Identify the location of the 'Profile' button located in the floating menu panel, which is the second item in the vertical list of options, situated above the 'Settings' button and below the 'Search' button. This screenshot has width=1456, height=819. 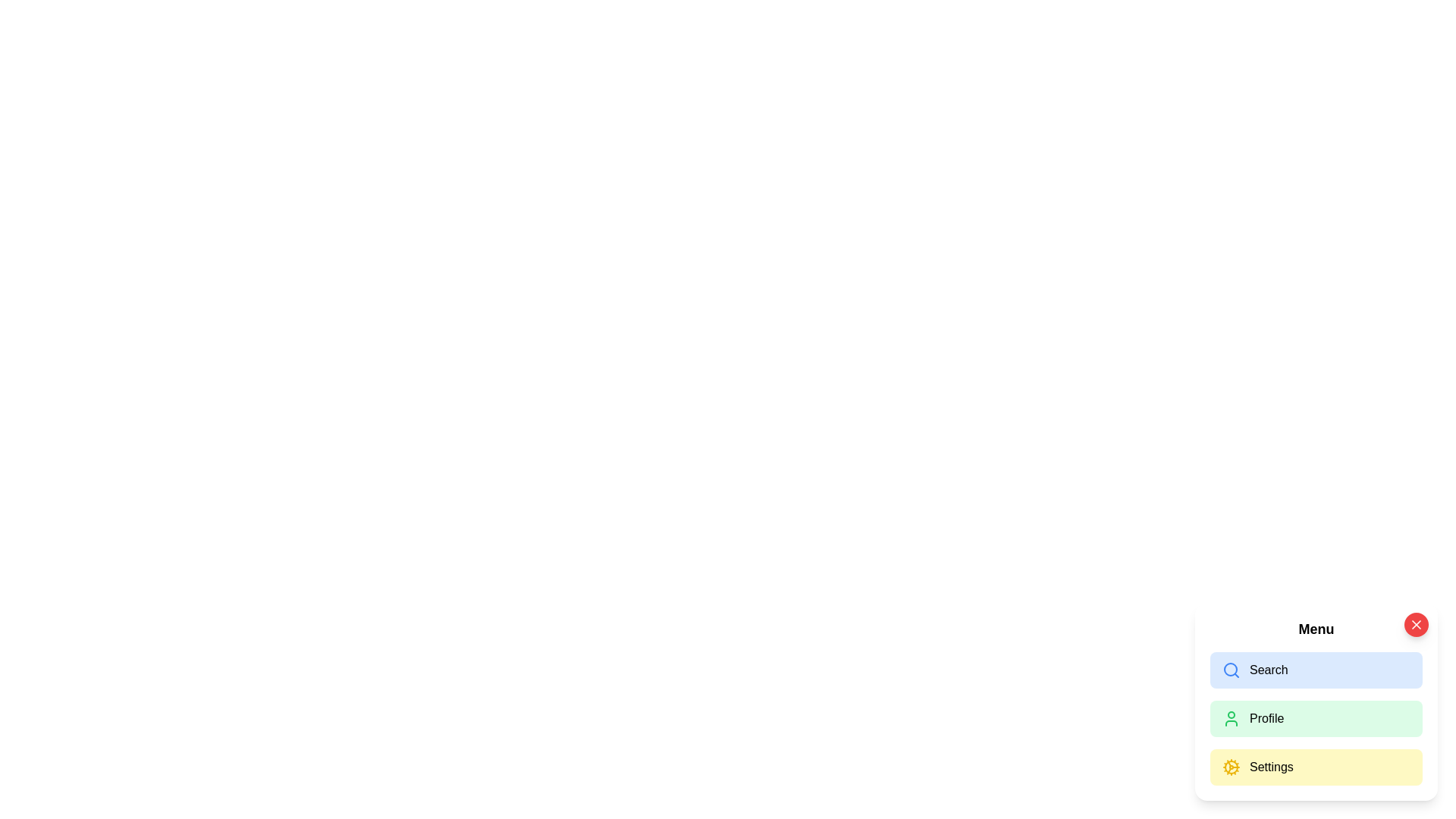
(1316, 701).